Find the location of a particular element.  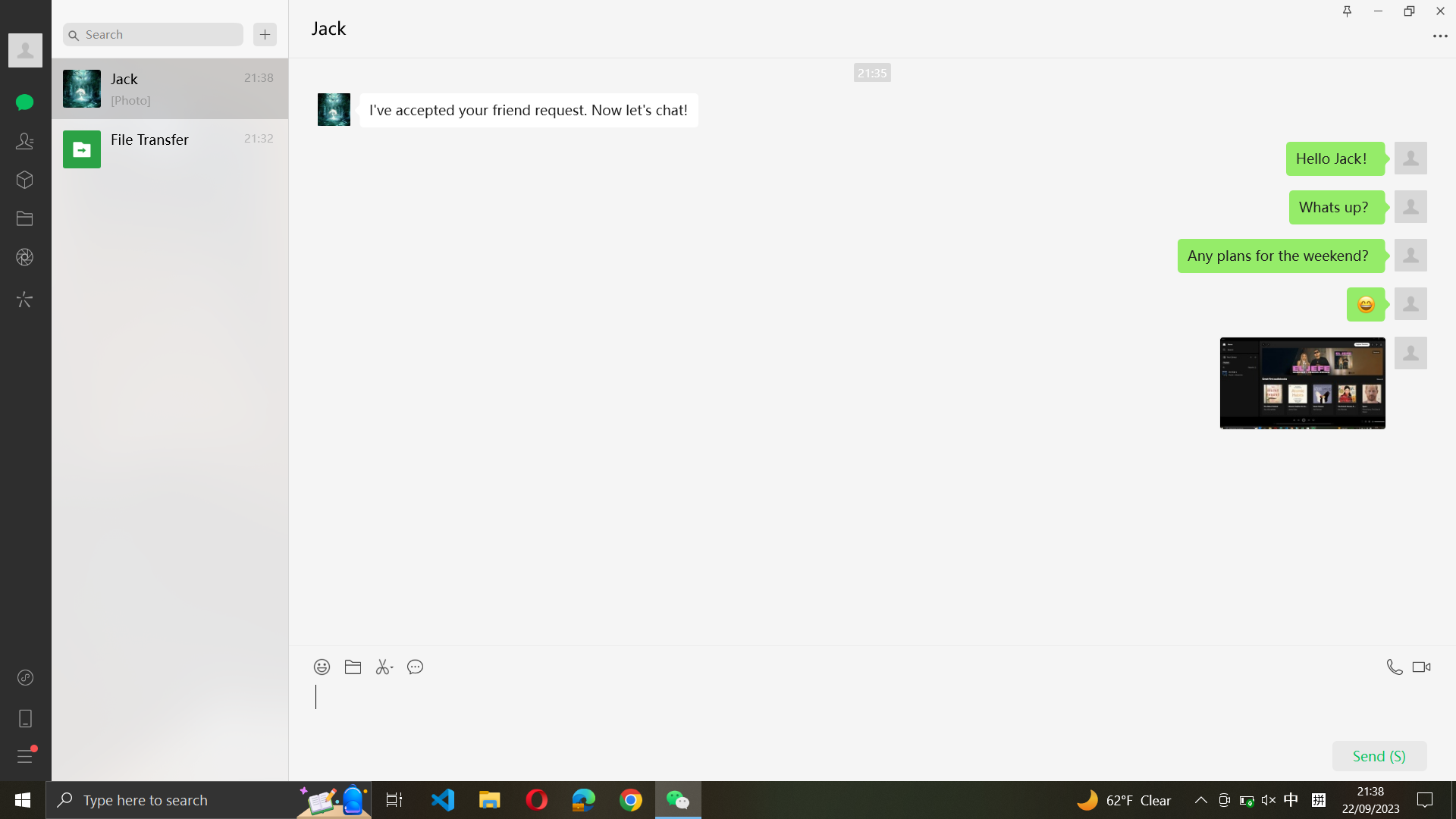

Navigate to, and open, the third conversation in the chat tab is located at coordinates (25, 102).